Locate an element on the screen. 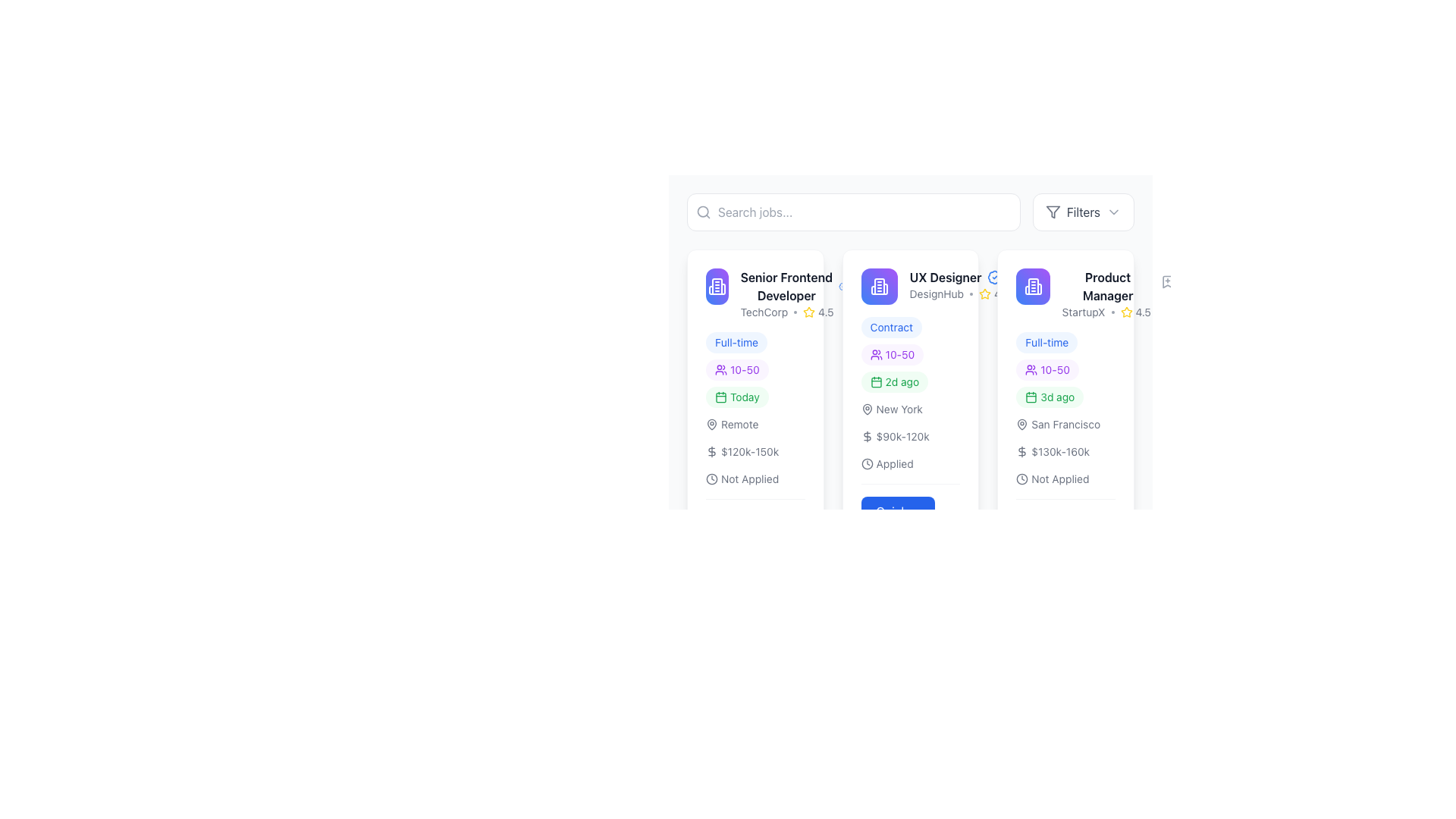 The image size is (1456, 819). the job offer card header for 'Product Manager' at StartupX is located at coordinates (1084, 294).